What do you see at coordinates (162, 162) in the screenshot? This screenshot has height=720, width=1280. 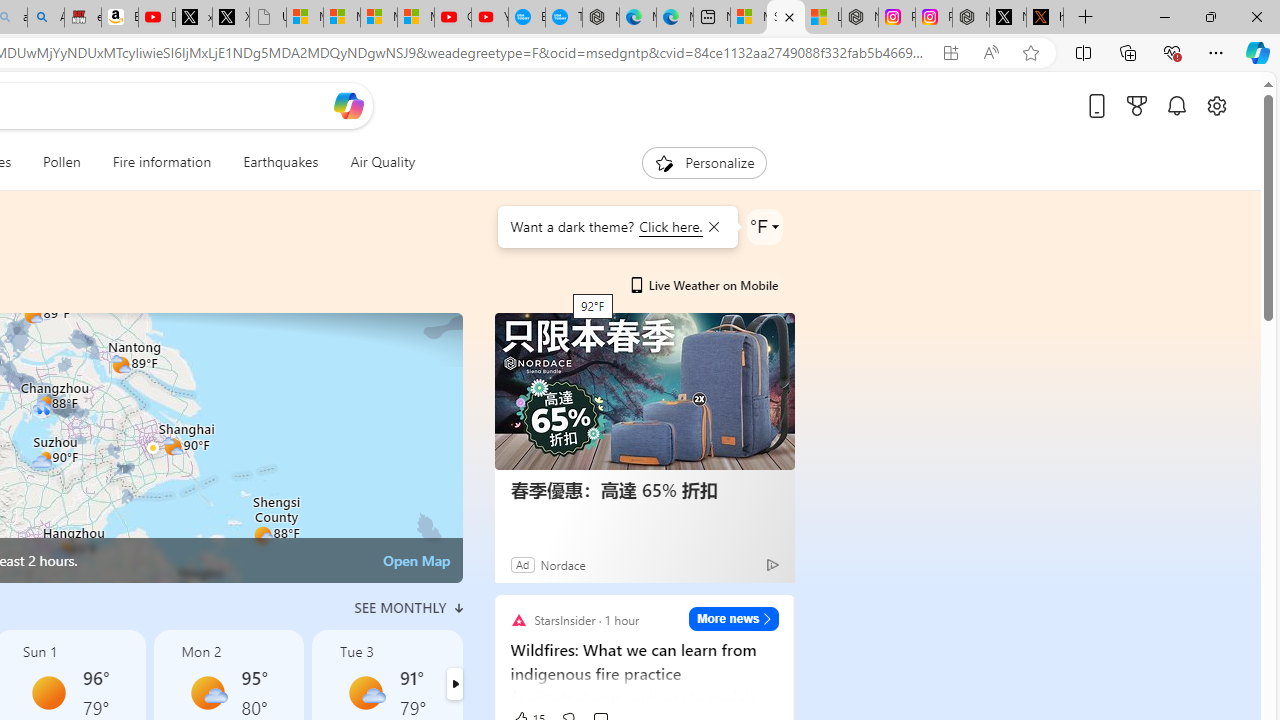 I see `'Fire information'` at bounding box center [162, 162].